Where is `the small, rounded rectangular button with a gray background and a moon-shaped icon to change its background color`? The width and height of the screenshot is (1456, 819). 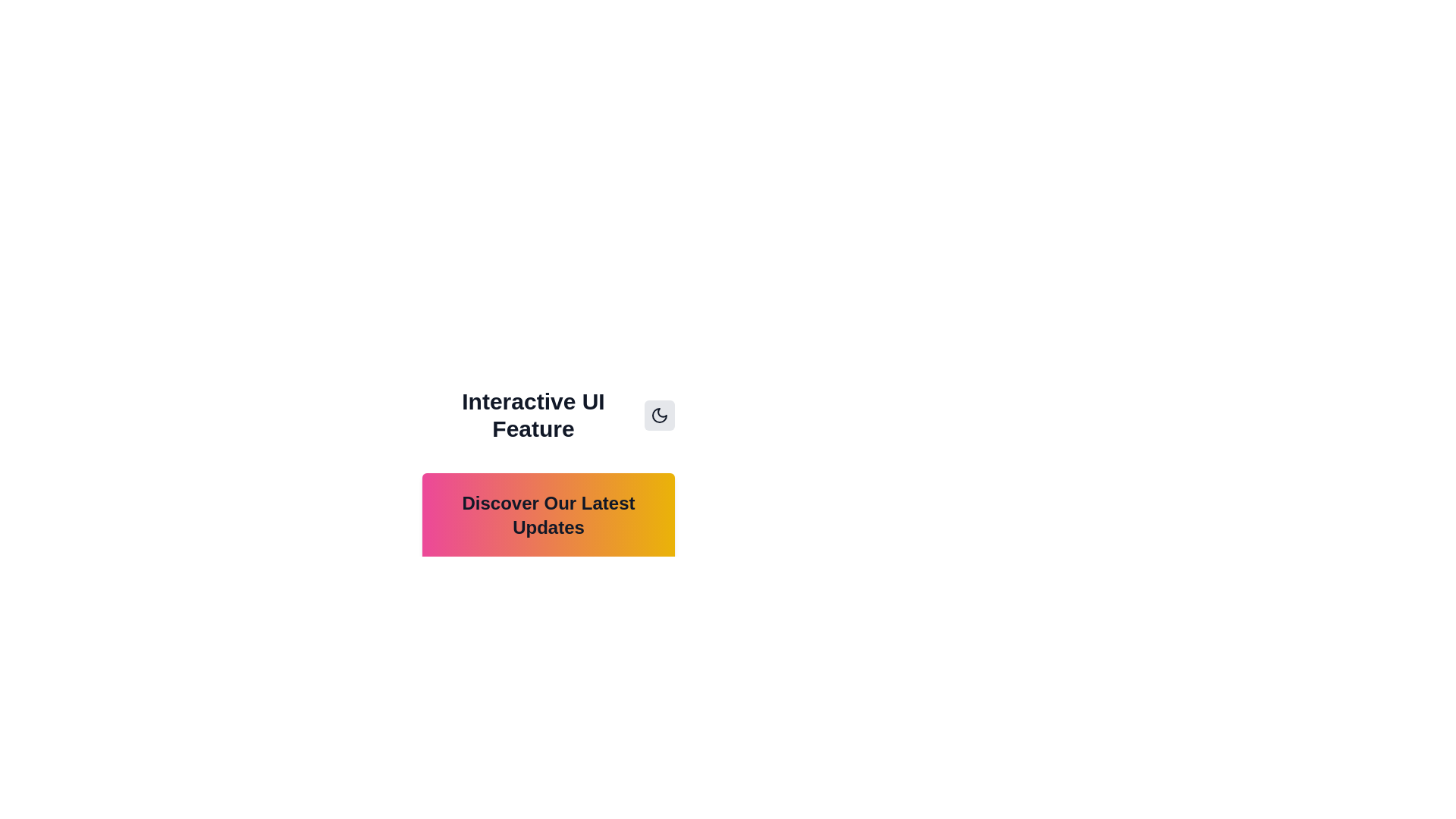
the small, rounded rectangular button with a gray background and a moon-shaped icon to change its background color is located at coordinates (659, 415).